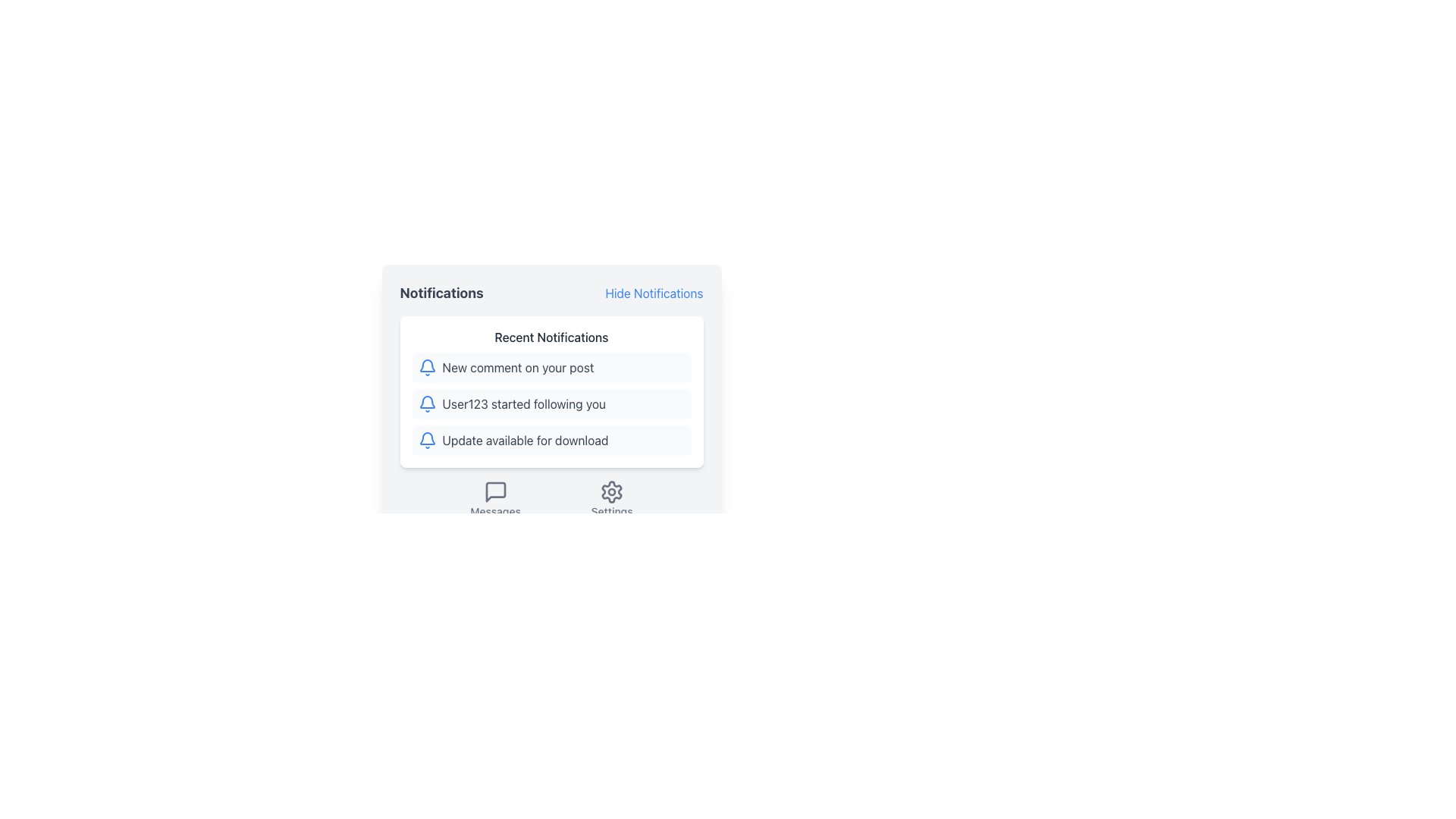 This screenshot has height=819, width=1456. What do you see at coordinates (551, 368) in the screenshot?
I see `the first notification item that includes a blue bell icon and the text 'New comment on your post' in gray font, positioned below the 'Recent Notifications' header` at bounding box center [551, 368].